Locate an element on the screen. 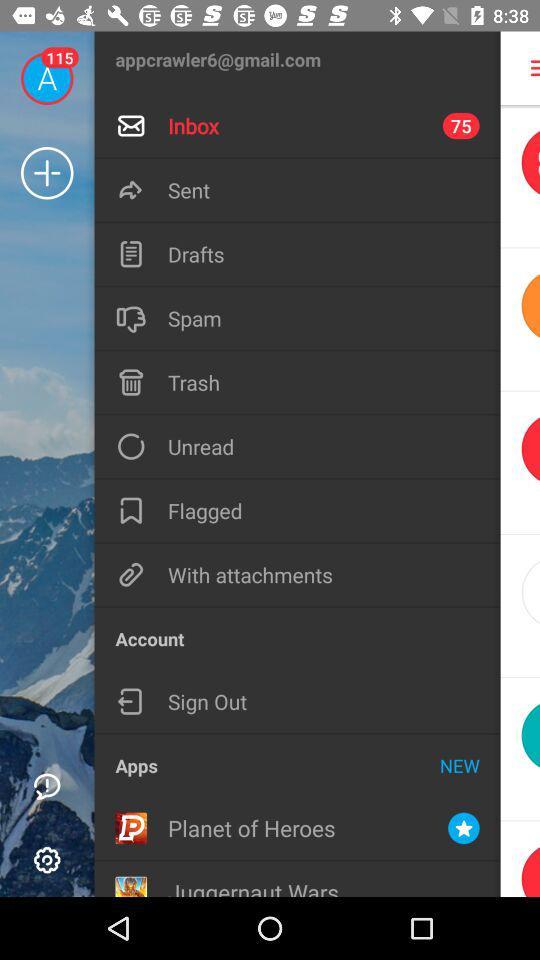  the arrow_backward icon is located at coordinates (520, 319).